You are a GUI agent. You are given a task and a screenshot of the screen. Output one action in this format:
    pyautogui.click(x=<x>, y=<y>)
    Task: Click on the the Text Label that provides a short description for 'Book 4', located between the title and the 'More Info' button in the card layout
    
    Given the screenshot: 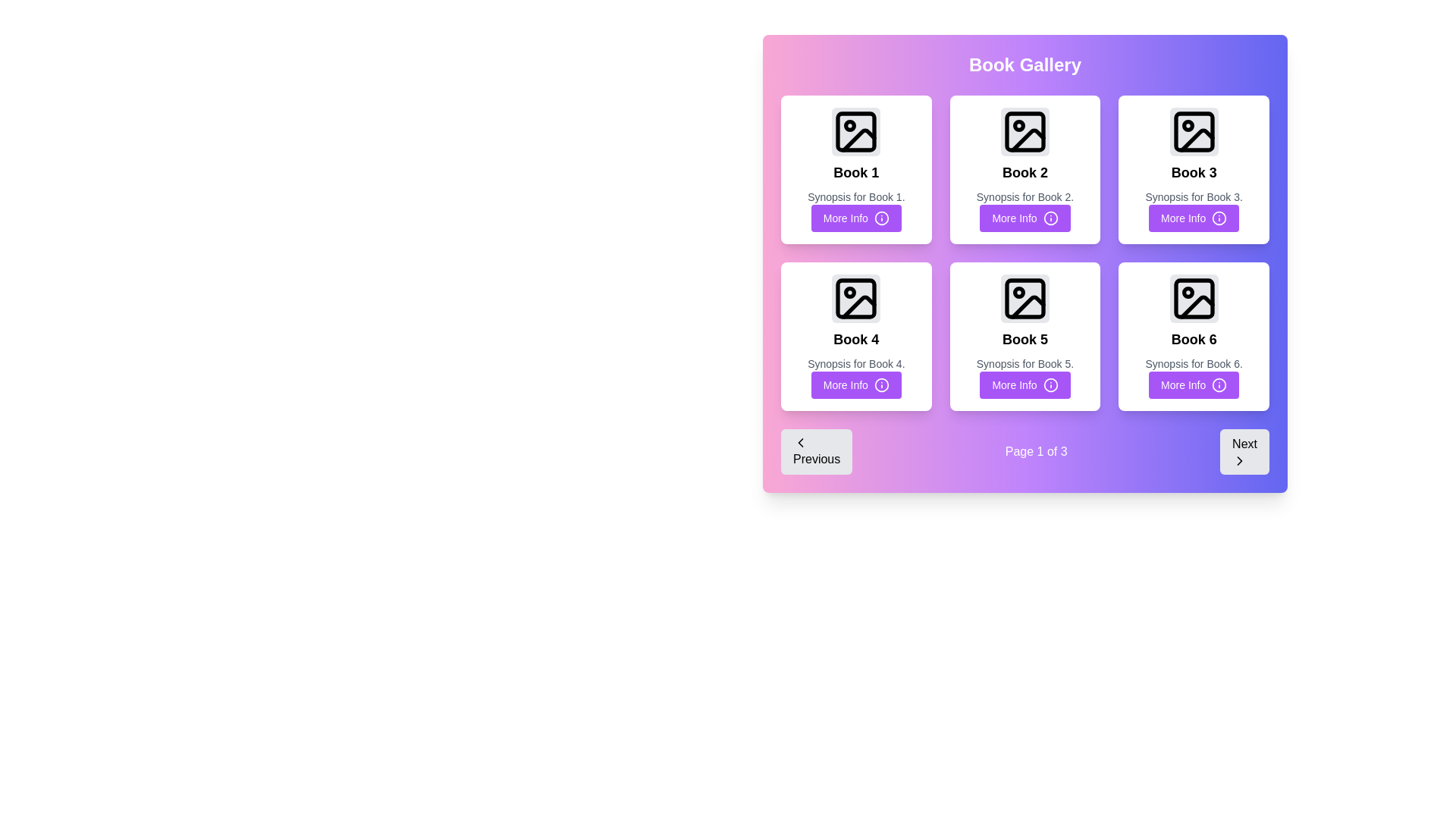 What is the action you would take?
    pyautogui.click(x=856, y=363)
    